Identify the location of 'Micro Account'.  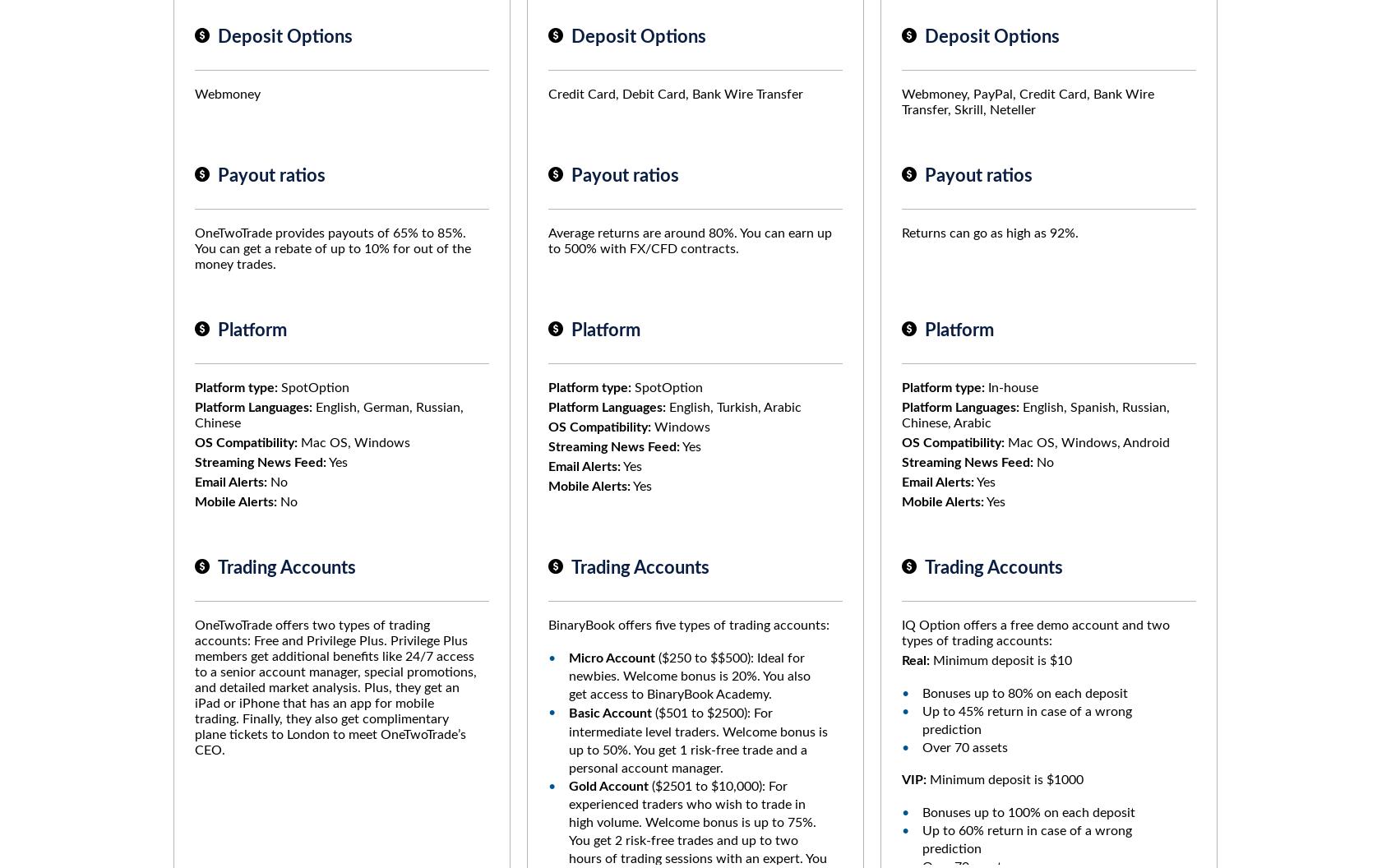
(611, 658).